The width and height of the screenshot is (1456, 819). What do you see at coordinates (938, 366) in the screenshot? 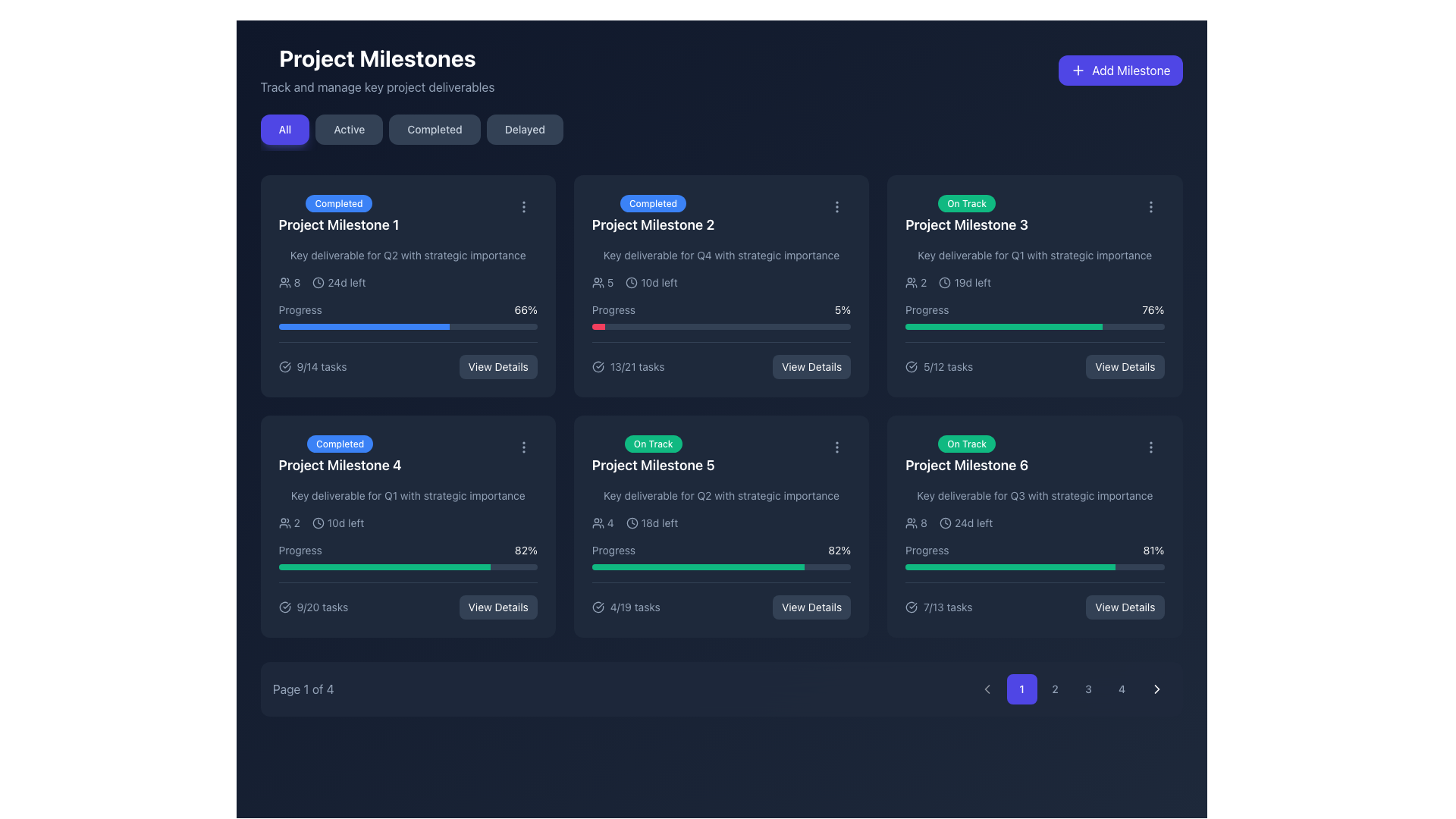
I see `the text label displaying '5/12 tasks.' with the checkmark icon located in the bottom-left section of the 'Project Milestone 3' card` at bounding box center [938, 366].